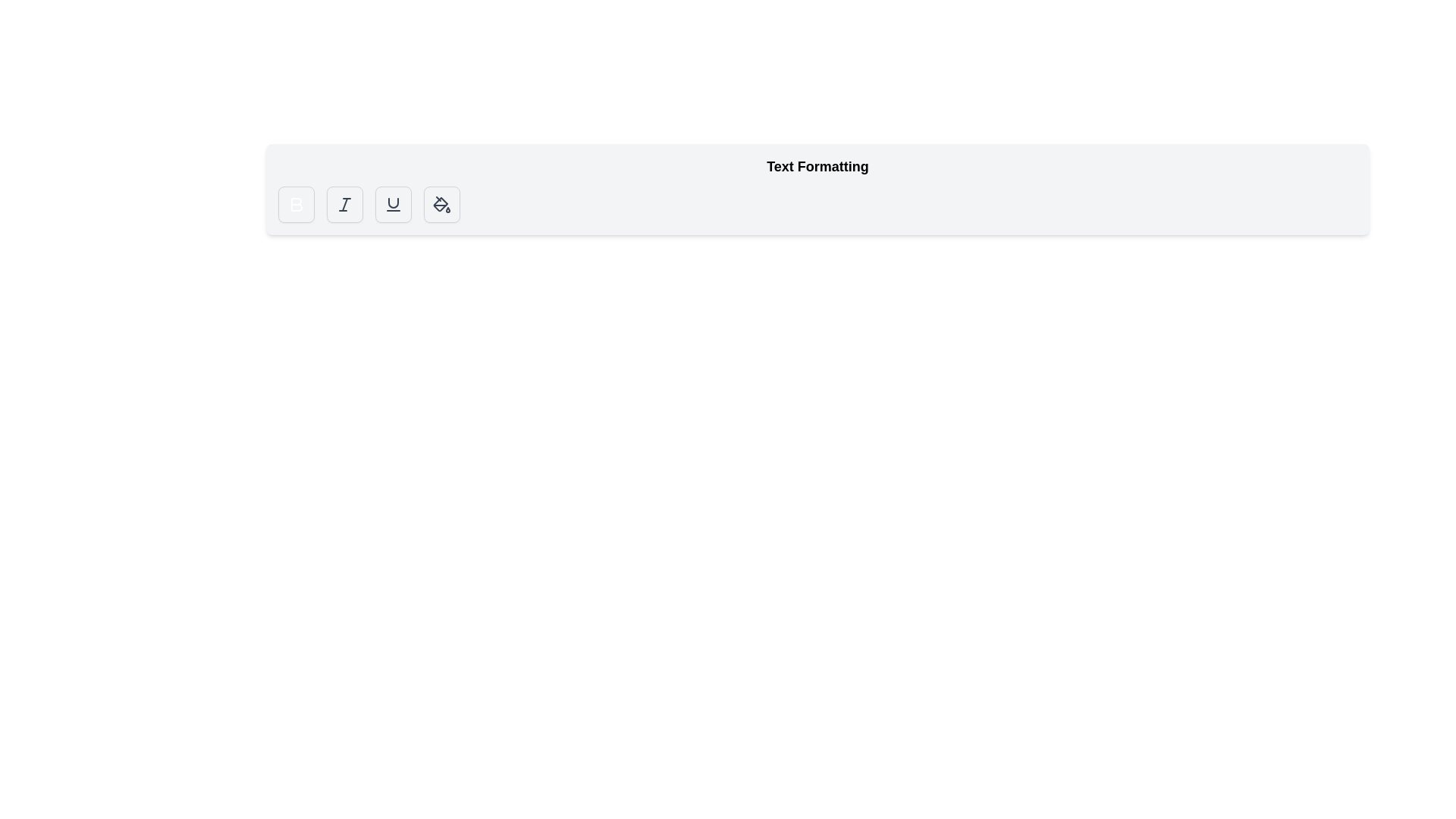 The height and width of the screenshot is (819, 1456). What do you see at coordinates (441, 205) in the screenshot?
I see `the fifth button from the left in the toolbar, which is a rounded square button with a gray outline and a paint bucket symbol` at bounding box center [441, 205].